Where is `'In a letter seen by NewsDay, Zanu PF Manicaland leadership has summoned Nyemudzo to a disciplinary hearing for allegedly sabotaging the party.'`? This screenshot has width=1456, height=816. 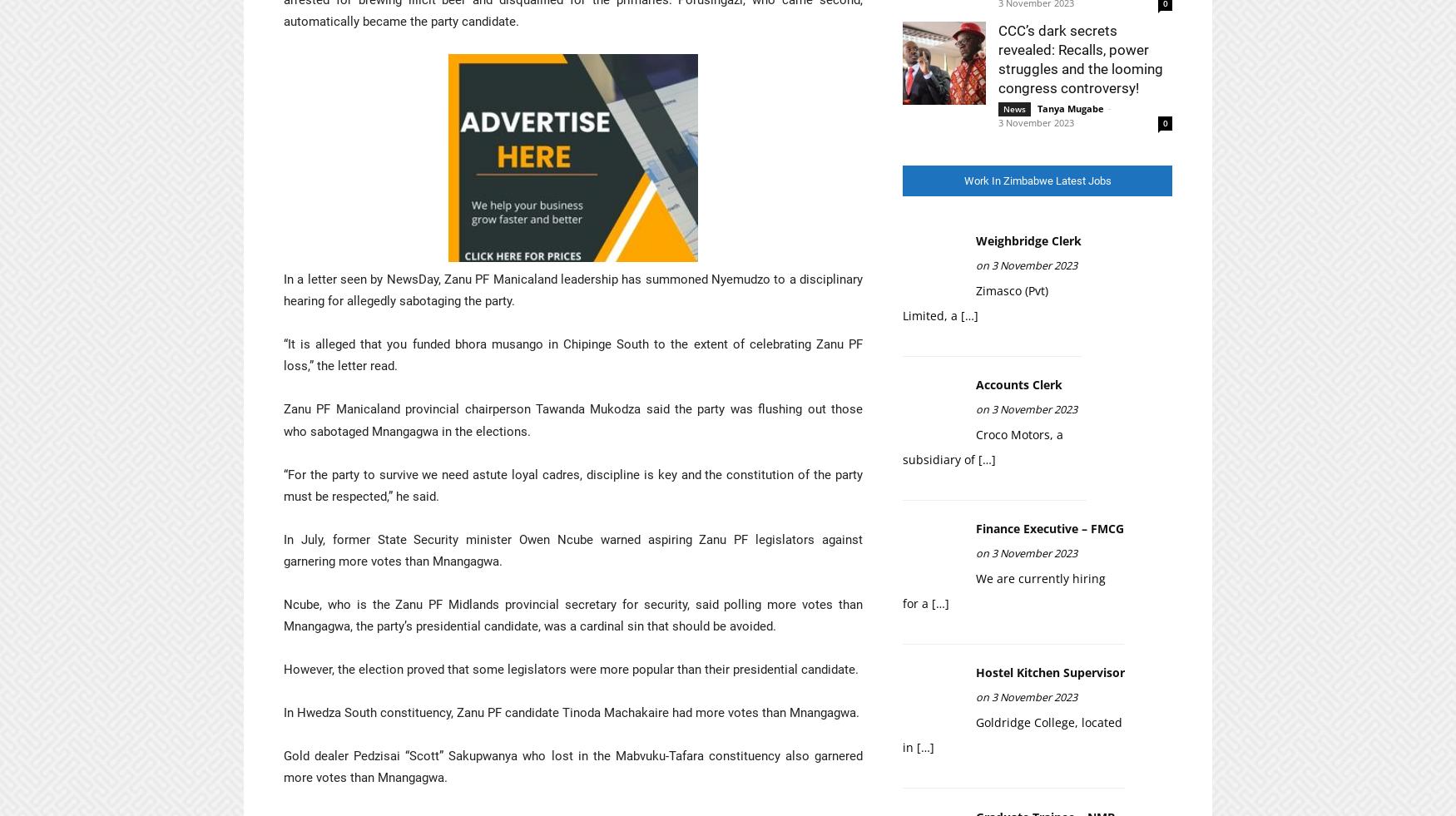 'In a letter seen by NewsDay, Zanu PF Manicaland leadership has summoned Nyemudzo to a disciplinary hearing for allegedly sabotaging the party.' is located at coordinates (572, 289).